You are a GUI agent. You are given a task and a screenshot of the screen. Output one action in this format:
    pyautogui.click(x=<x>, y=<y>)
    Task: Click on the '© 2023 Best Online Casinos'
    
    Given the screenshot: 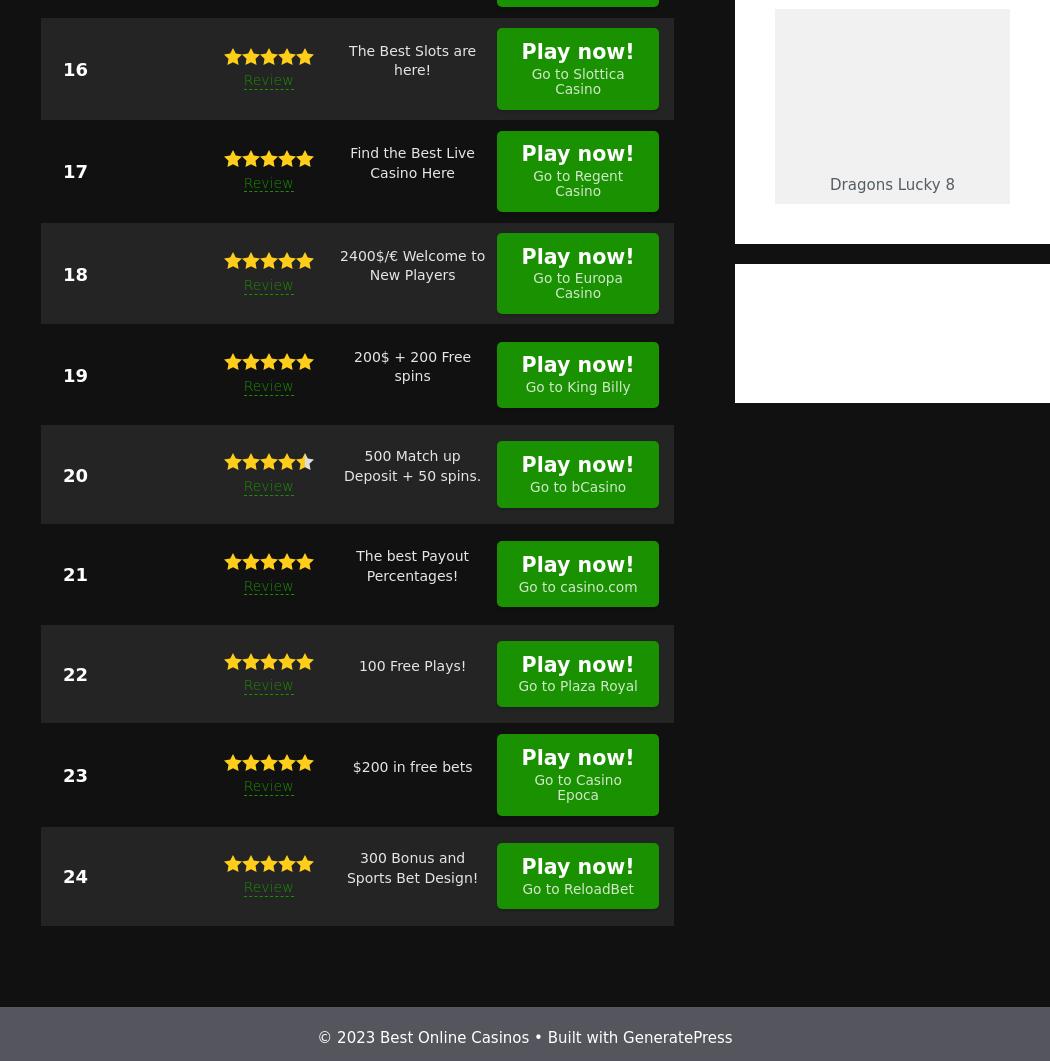 What is the action you would take?
    pyautogui.click(x=422, y=1036)
    